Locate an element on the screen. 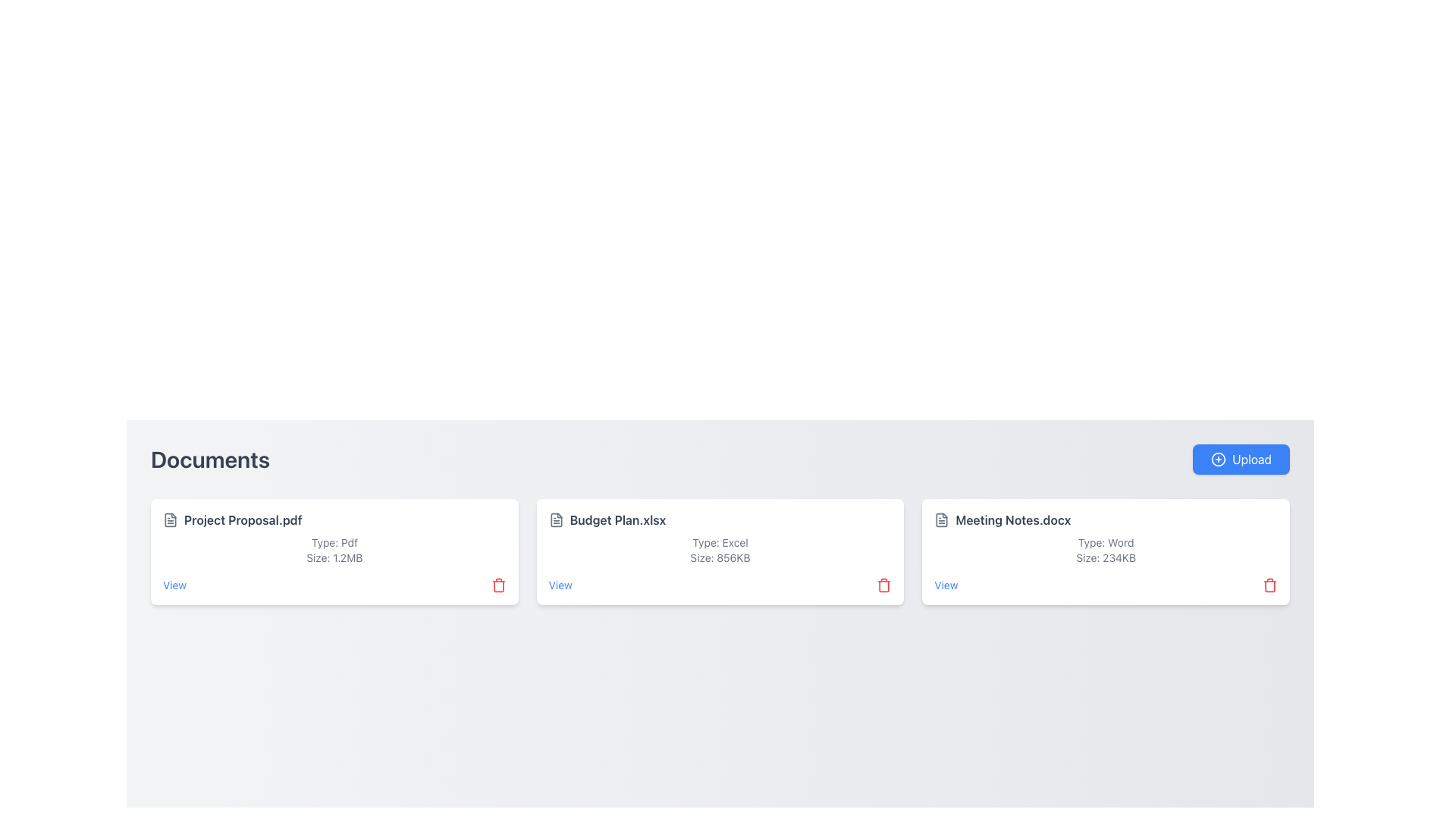 The width and height of the screenshot is (1456, 819). the 'View' link located in the bottom-left corner of the card for 'Project Proposal.pdf' is located at coordinates (174, 584).